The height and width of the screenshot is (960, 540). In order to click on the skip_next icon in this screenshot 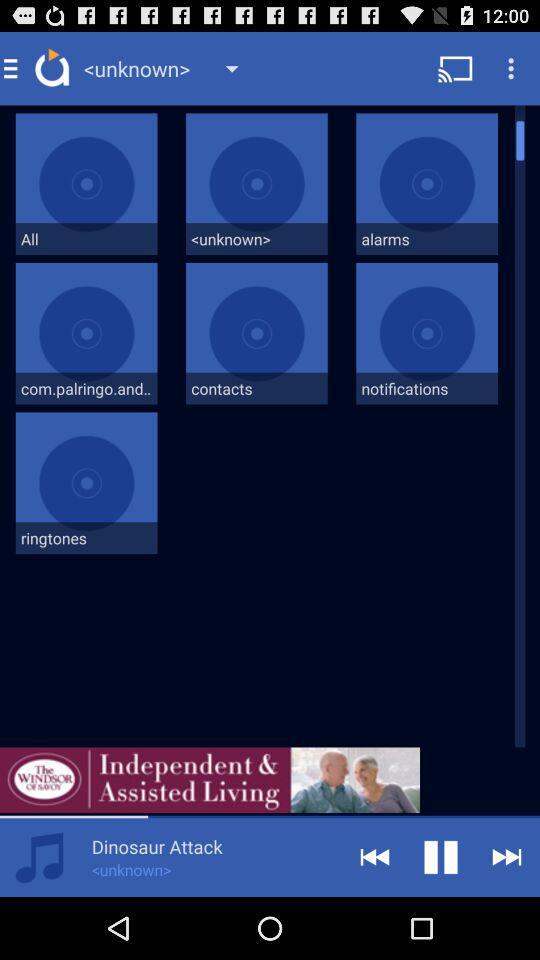, I will do `click(507, 917)`.